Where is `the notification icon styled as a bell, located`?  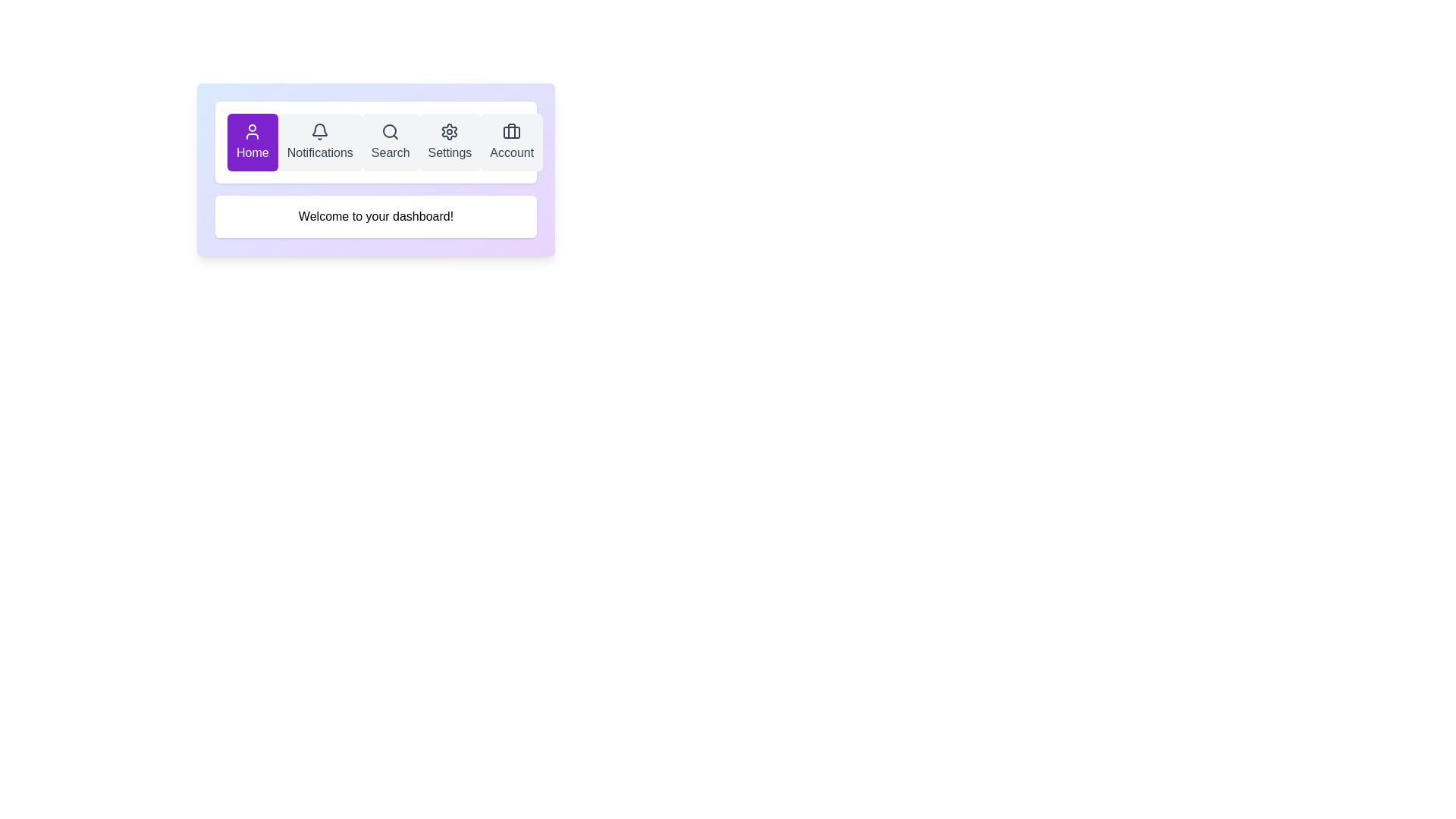 the notification icon styled as a bell, located is located at coordinates (319, 130).